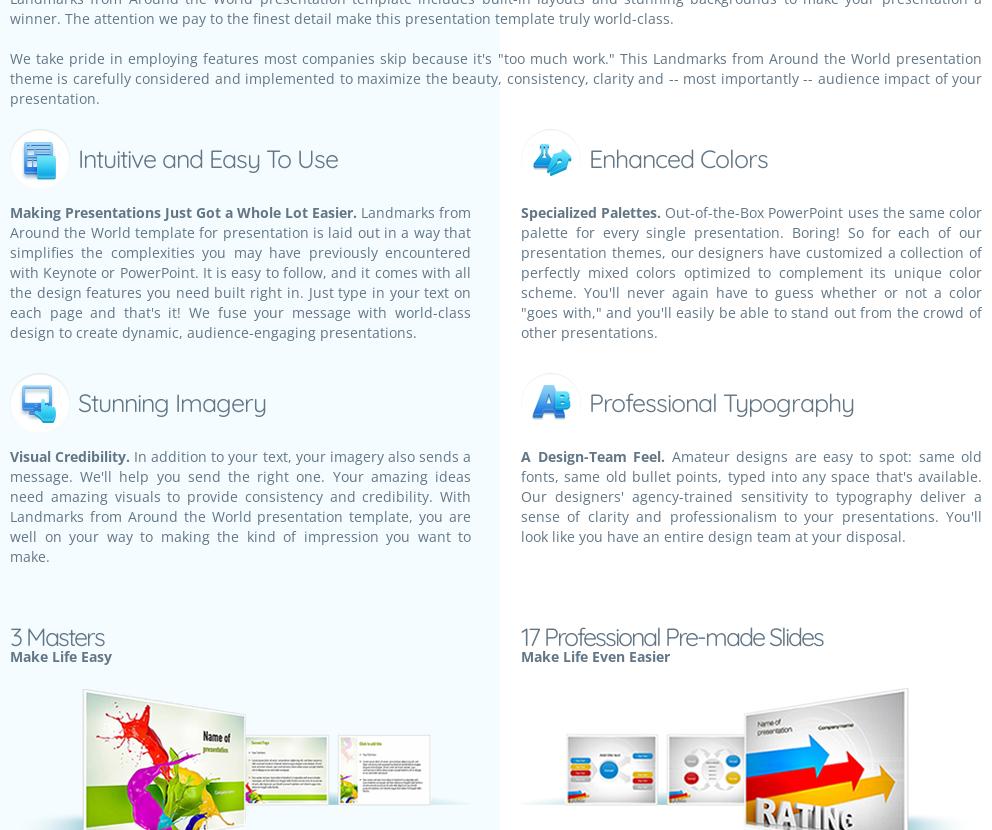 The width and height of the screenshot is (992, 830). What do you see at coordinates (590, 211) in the screenshot?
I see `'Specialized Palettes.'` at bounding box center [590, 211].